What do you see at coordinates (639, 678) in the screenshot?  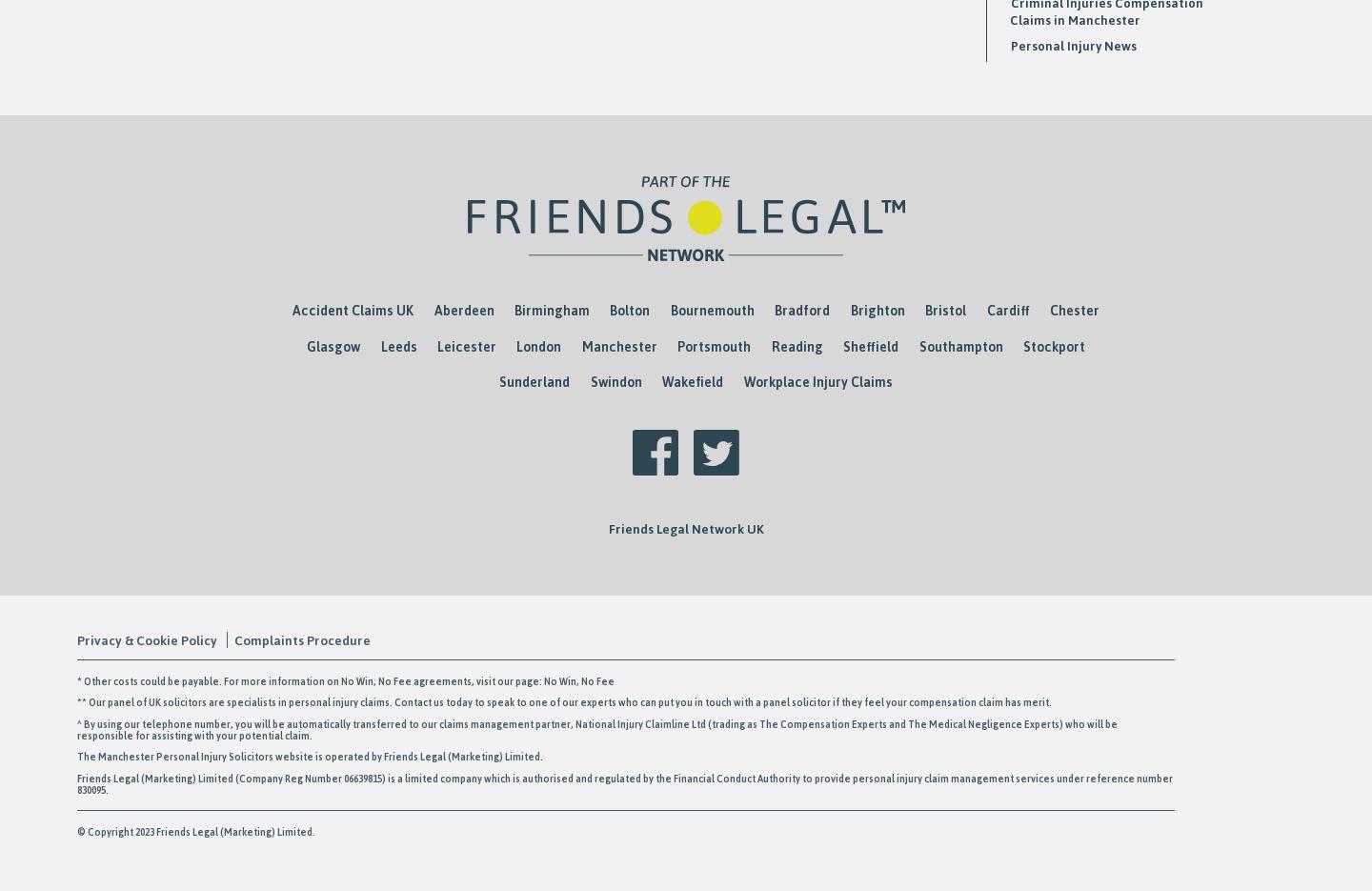 I see `'No Win, No Fee'` at bounding box center [639, 678].